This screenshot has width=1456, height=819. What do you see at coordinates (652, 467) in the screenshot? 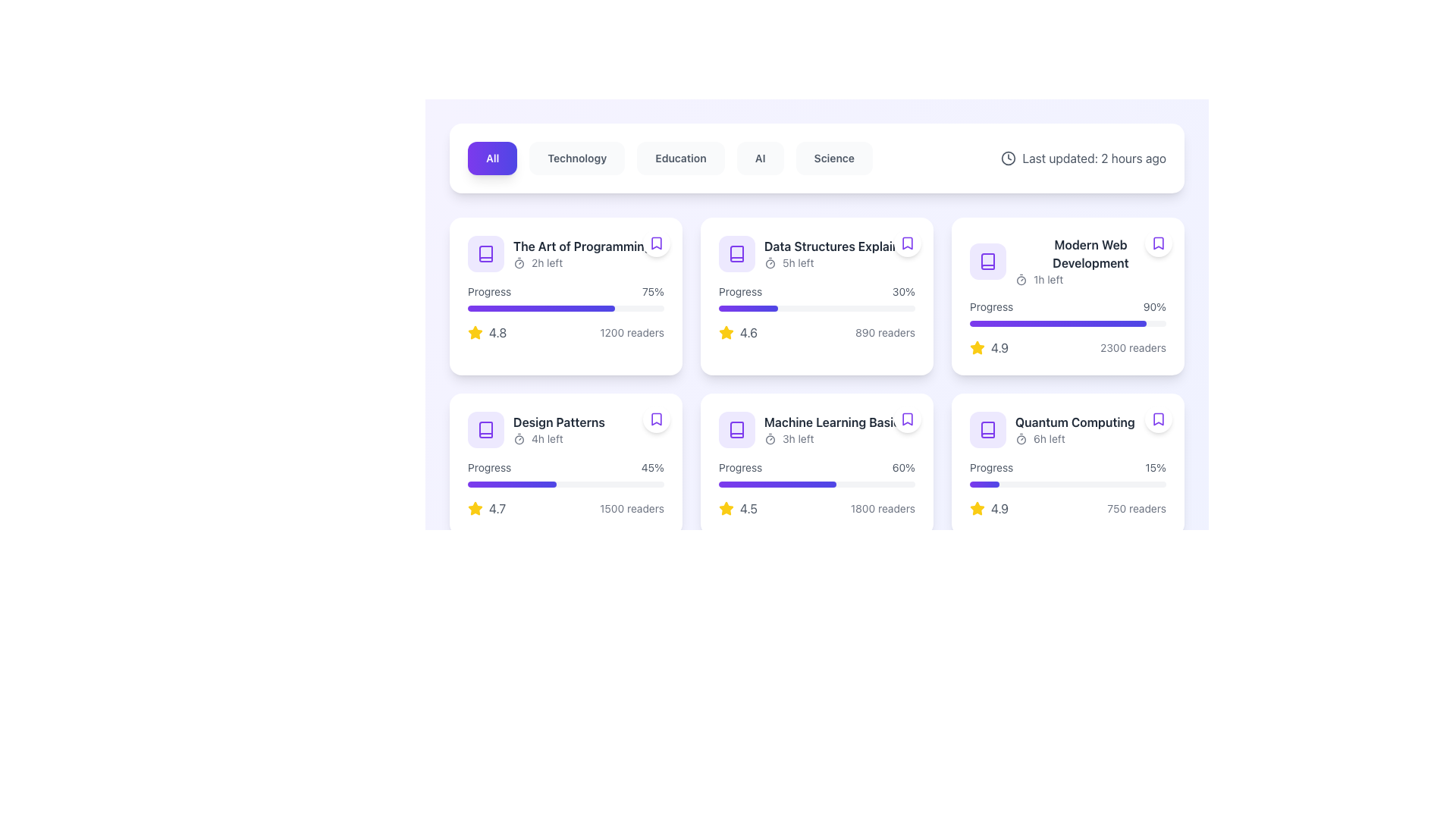
I see `the progress percentage text label located to the right of the 'Progress' label in the 'Design Patterns' card` at bounding box center [652, 467].